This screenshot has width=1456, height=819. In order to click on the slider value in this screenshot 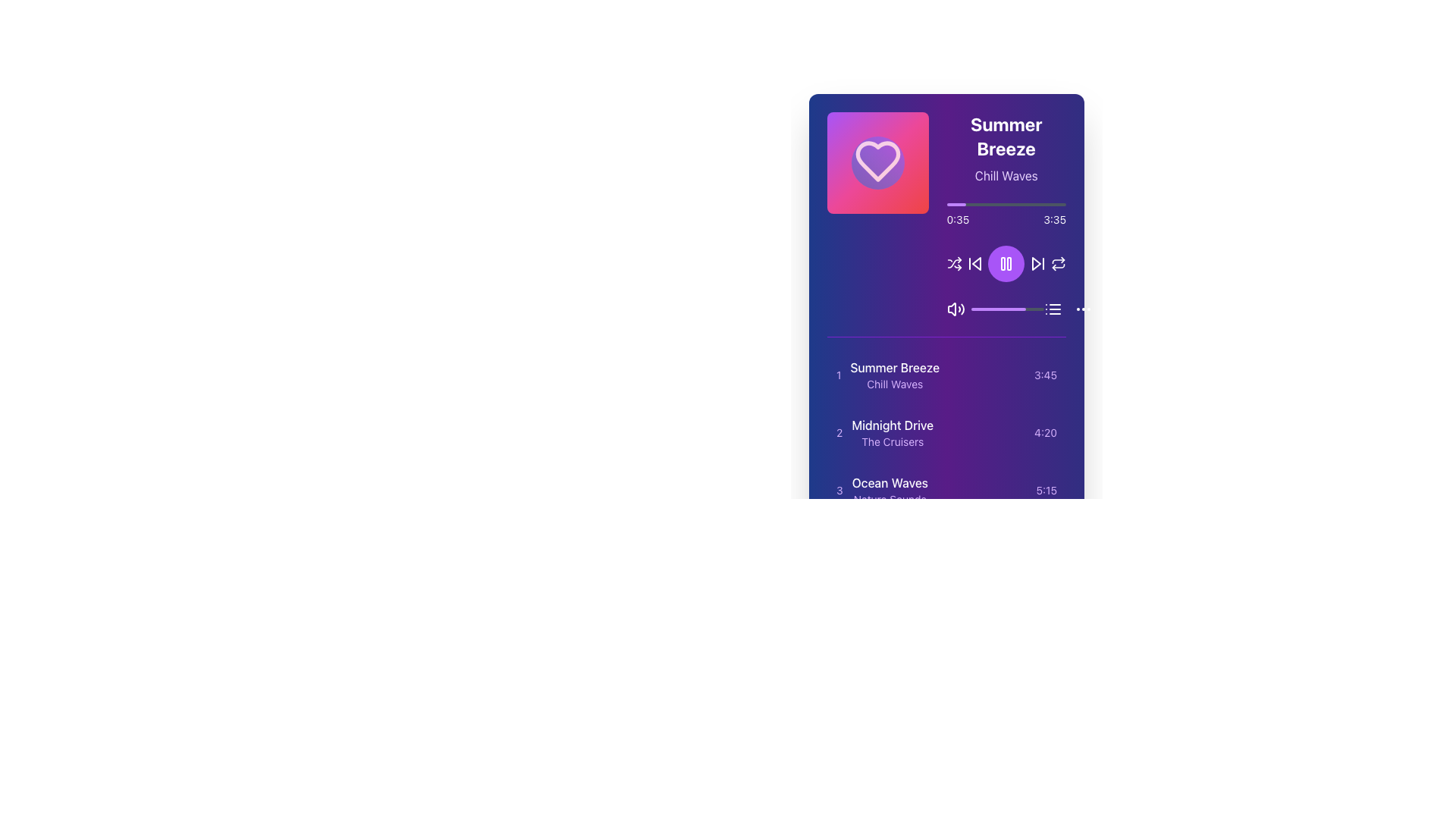, I will do `click(988, 309)`.